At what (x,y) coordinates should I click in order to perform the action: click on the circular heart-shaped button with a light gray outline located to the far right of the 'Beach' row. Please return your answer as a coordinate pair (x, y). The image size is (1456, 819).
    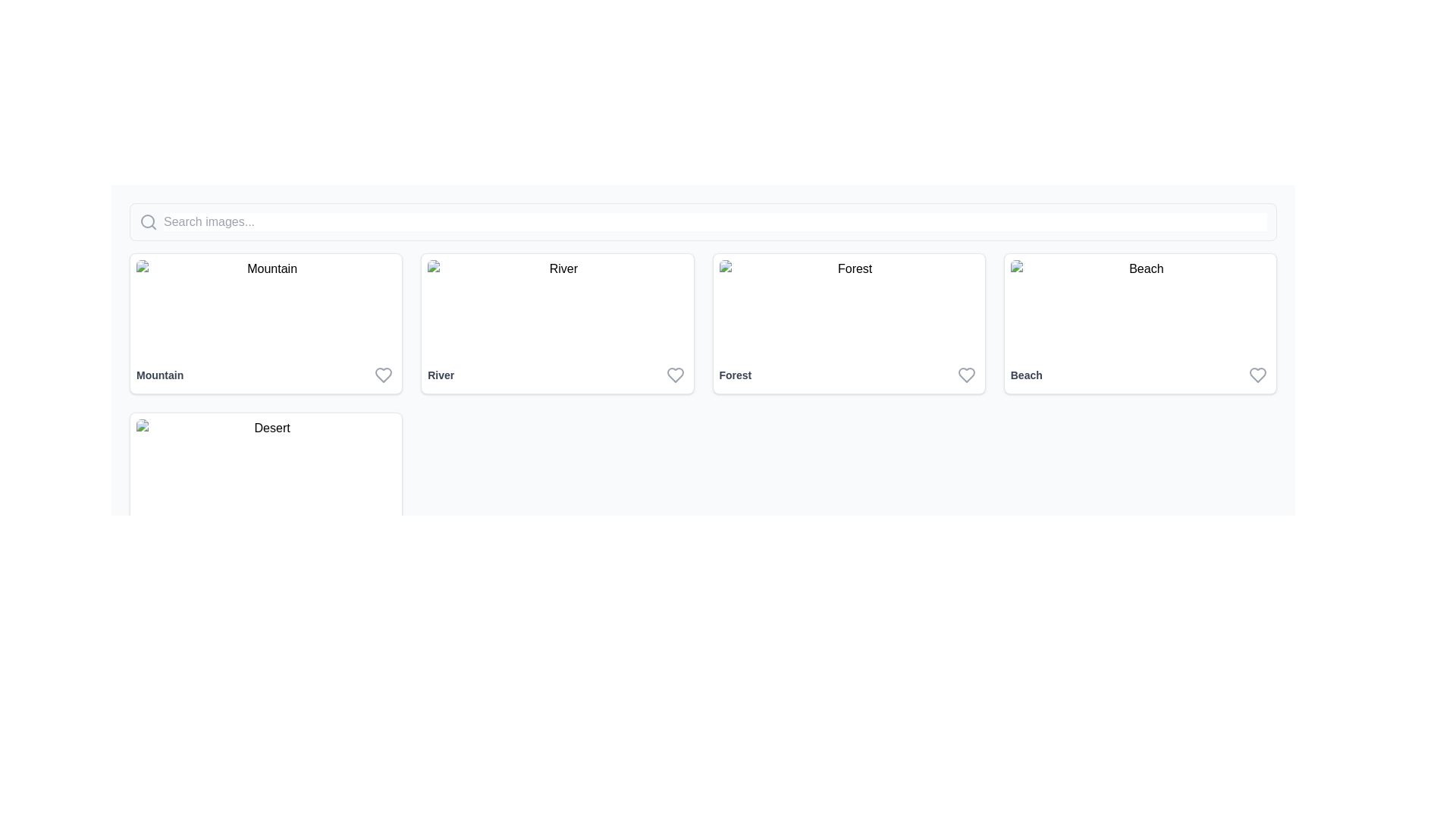
    Looking at the image, I should click on (1258, 375).